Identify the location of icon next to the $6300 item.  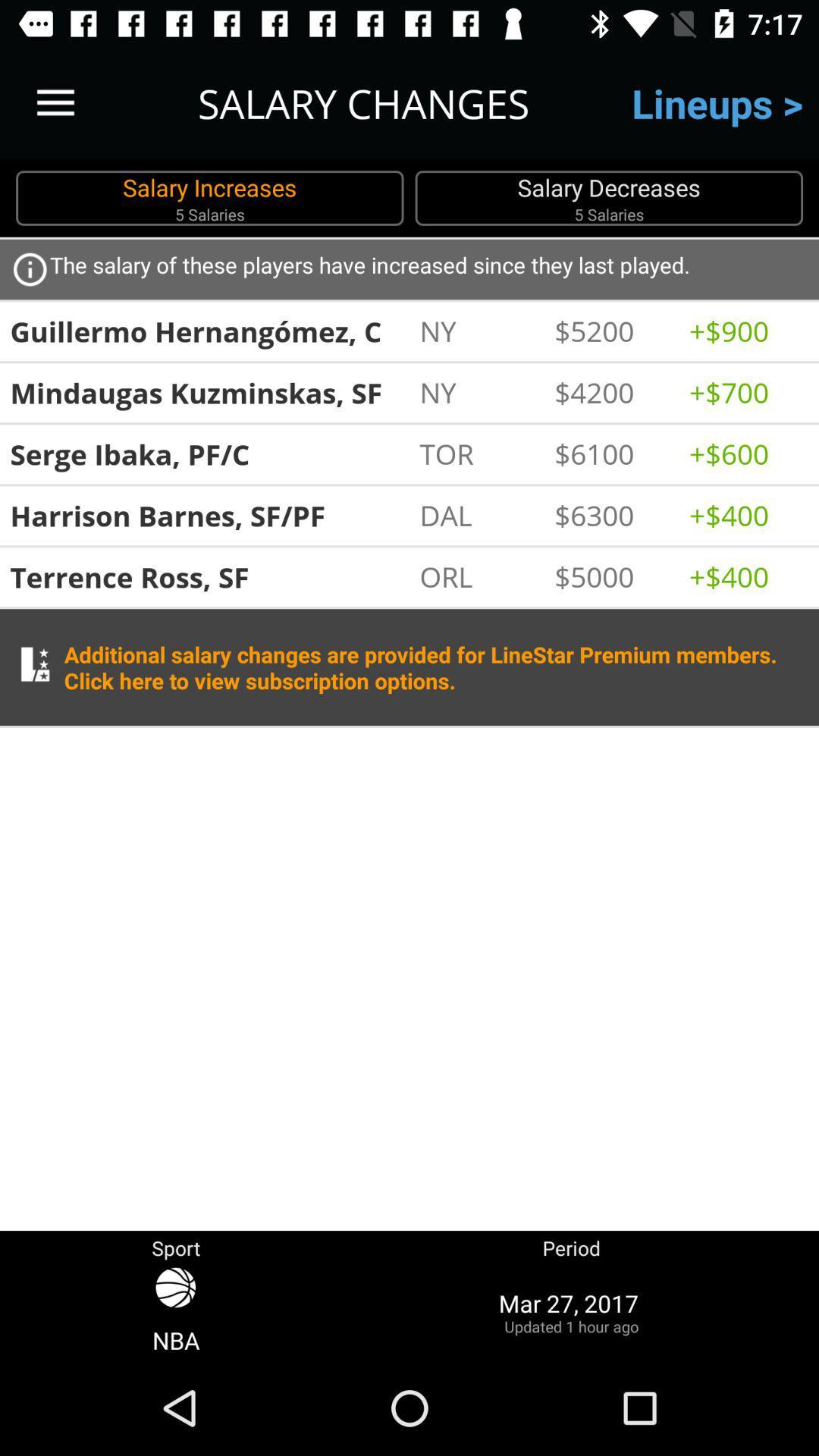
(479, 515).